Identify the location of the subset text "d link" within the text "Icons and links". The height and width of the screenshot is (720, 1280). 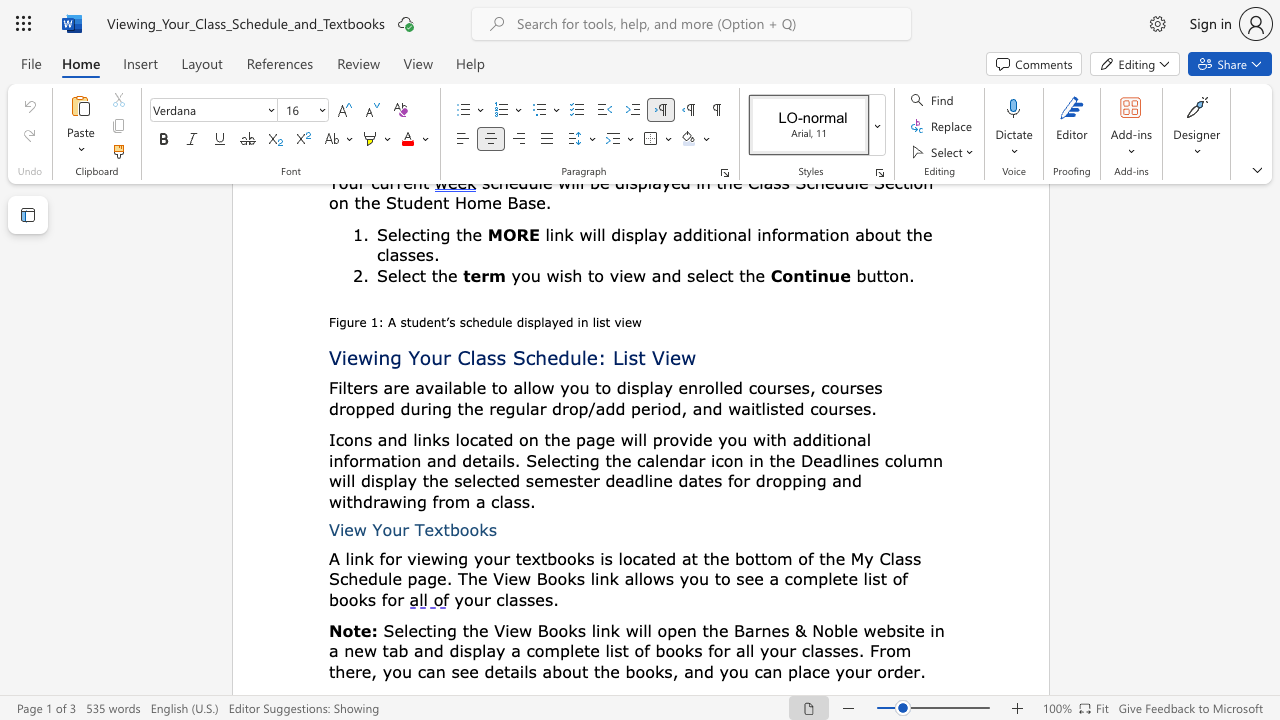
(397, 438).